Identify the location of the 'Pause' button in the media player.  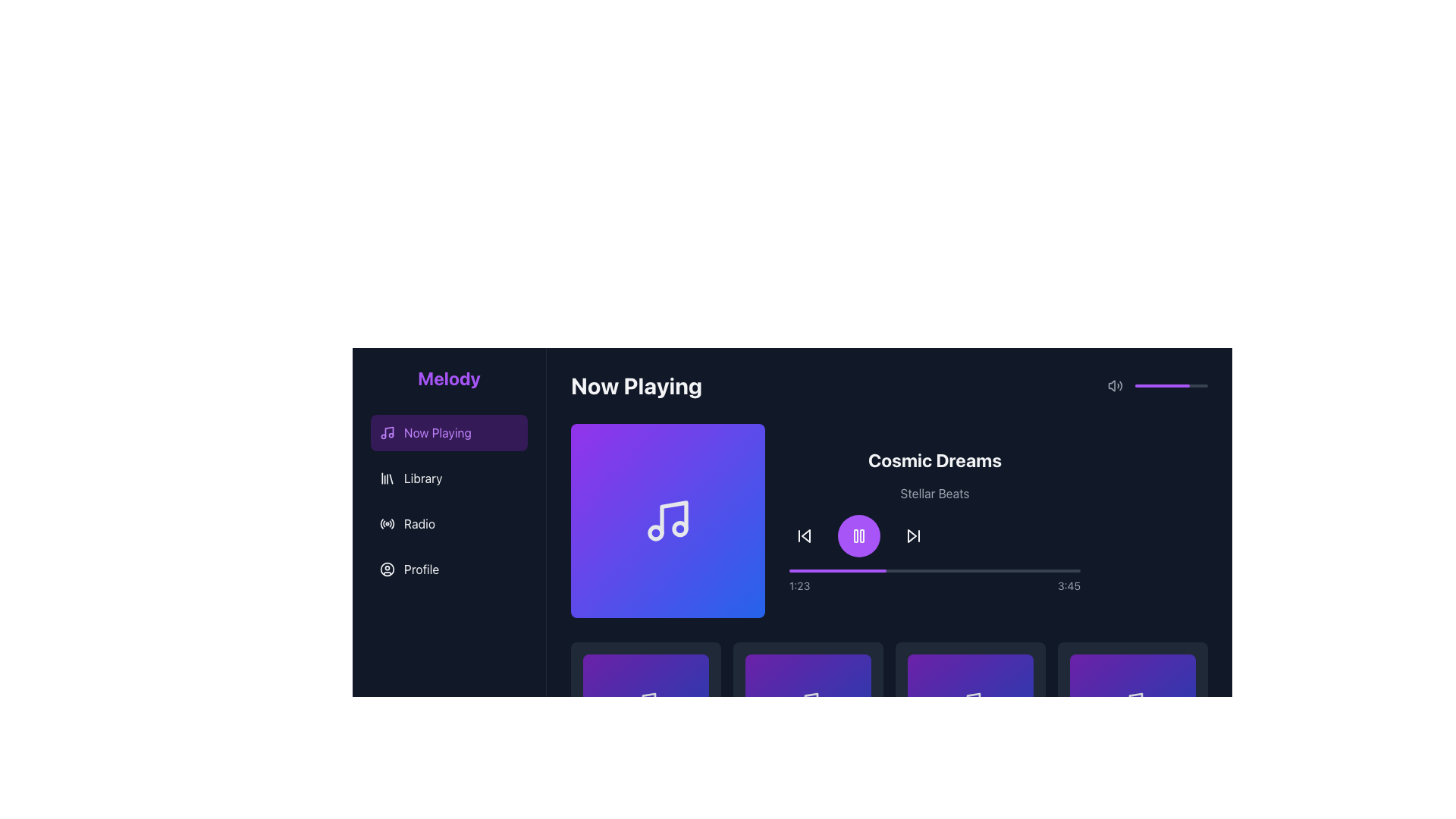
(858, 535).